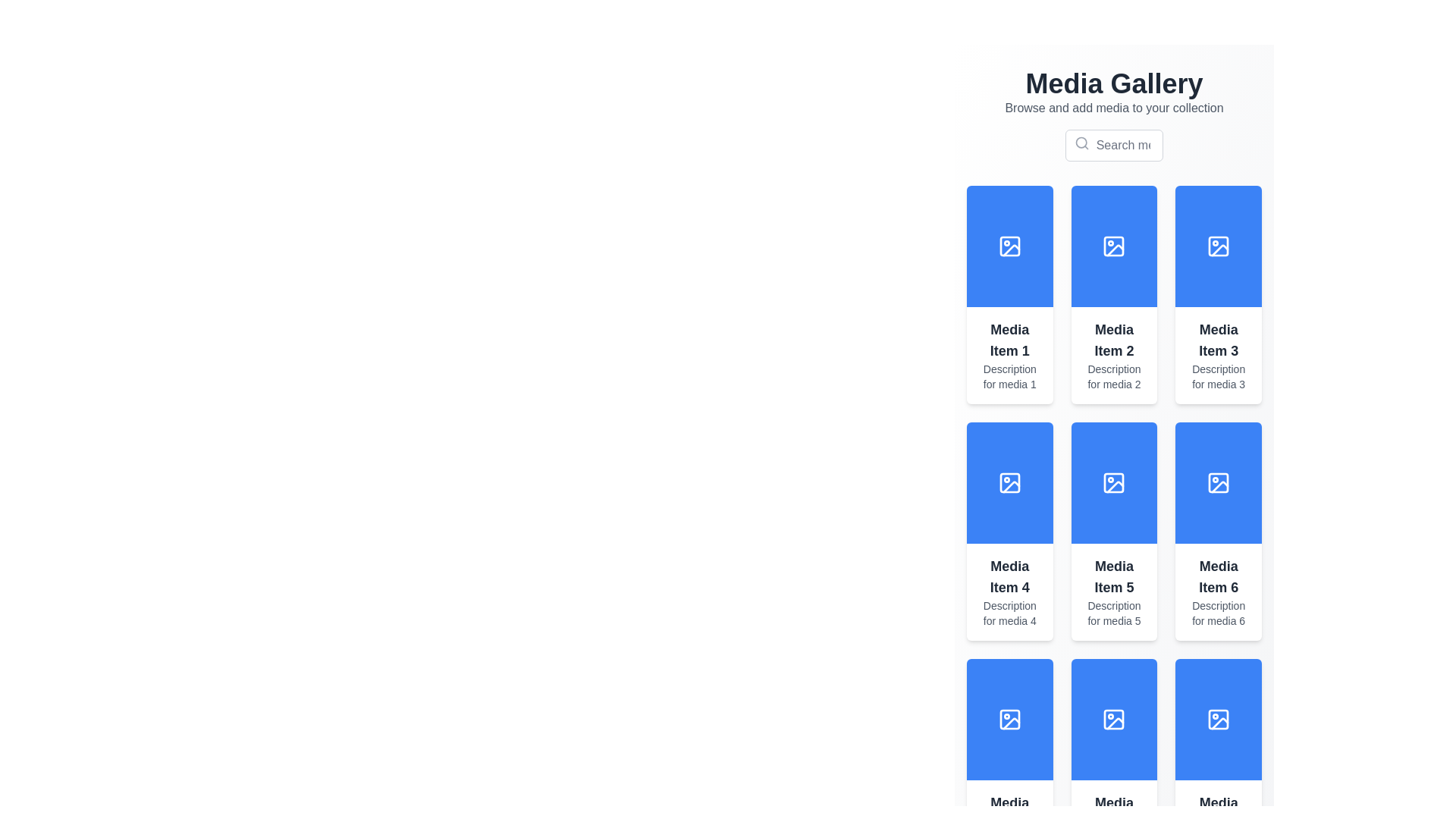  What do you see at coordinates (1114, 146) in the screenshot?
I see `the text input field directly below the 'Media Gallery' heading` at bounding box center [1114, 146].